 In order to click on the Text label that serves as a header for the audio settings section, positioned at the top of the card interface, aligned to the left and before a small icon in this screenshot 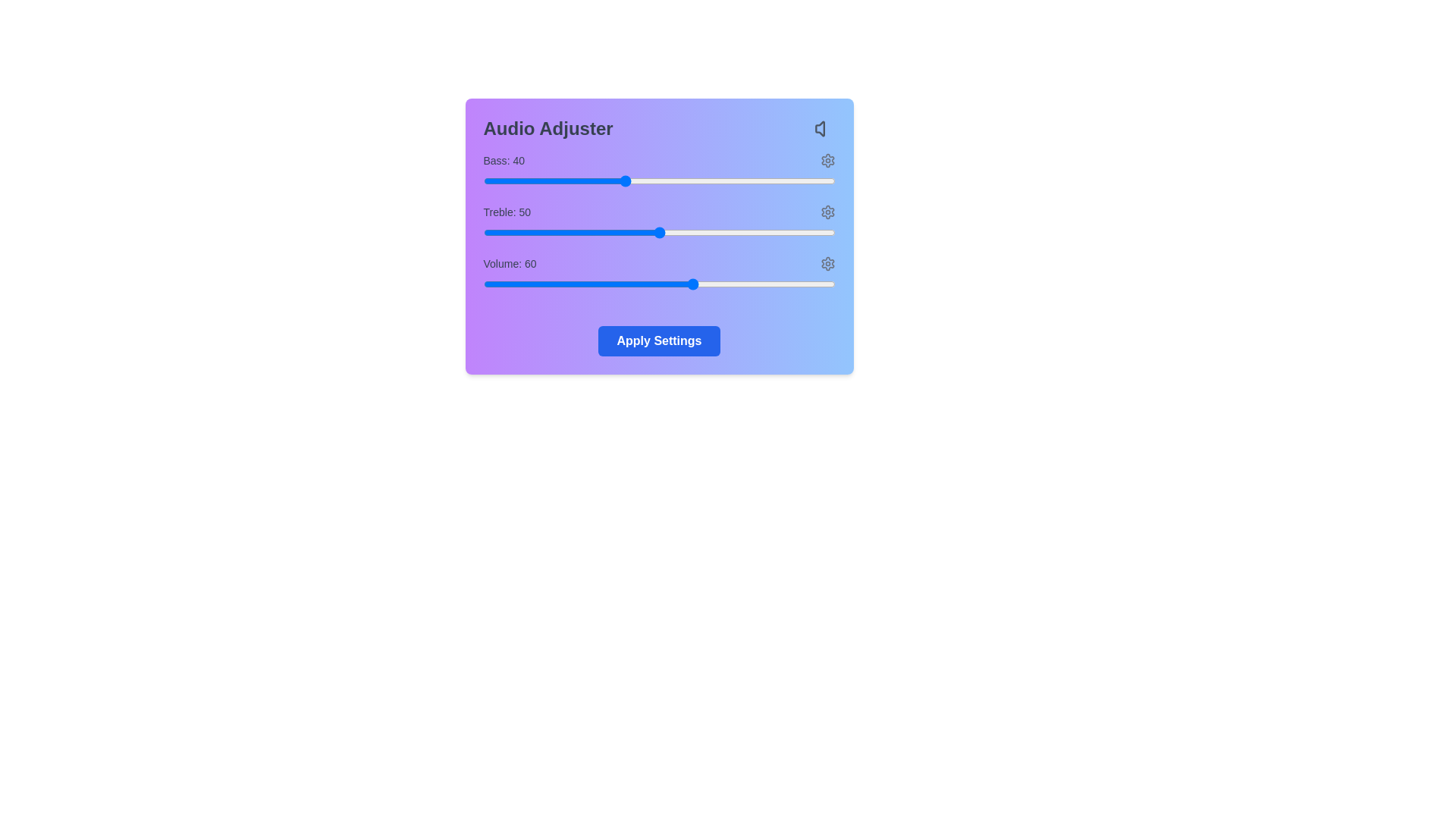, I will do `click(548, 127)`.